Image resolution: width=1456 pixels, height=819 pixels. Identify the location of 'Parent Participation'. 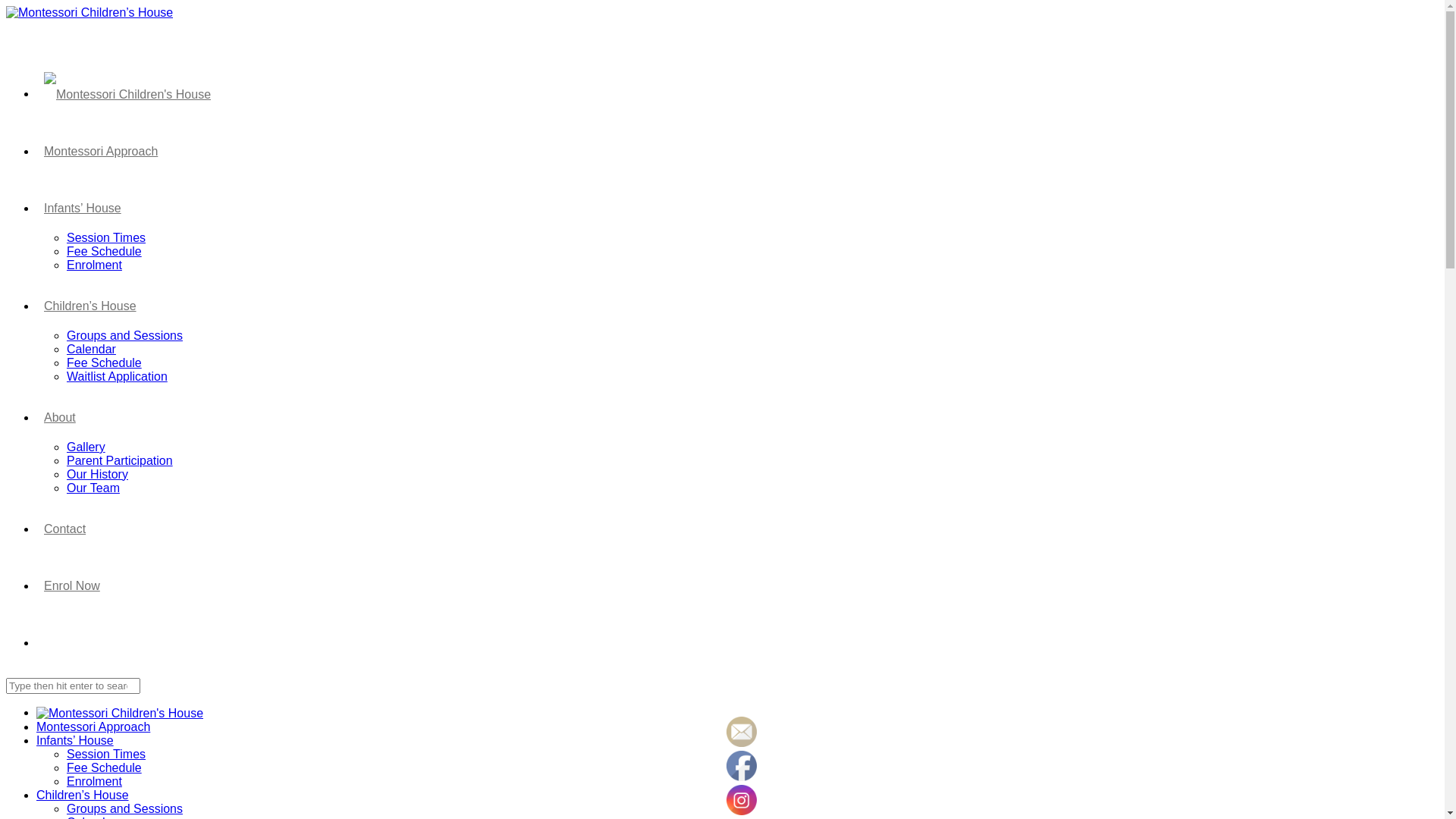
(119, 460).